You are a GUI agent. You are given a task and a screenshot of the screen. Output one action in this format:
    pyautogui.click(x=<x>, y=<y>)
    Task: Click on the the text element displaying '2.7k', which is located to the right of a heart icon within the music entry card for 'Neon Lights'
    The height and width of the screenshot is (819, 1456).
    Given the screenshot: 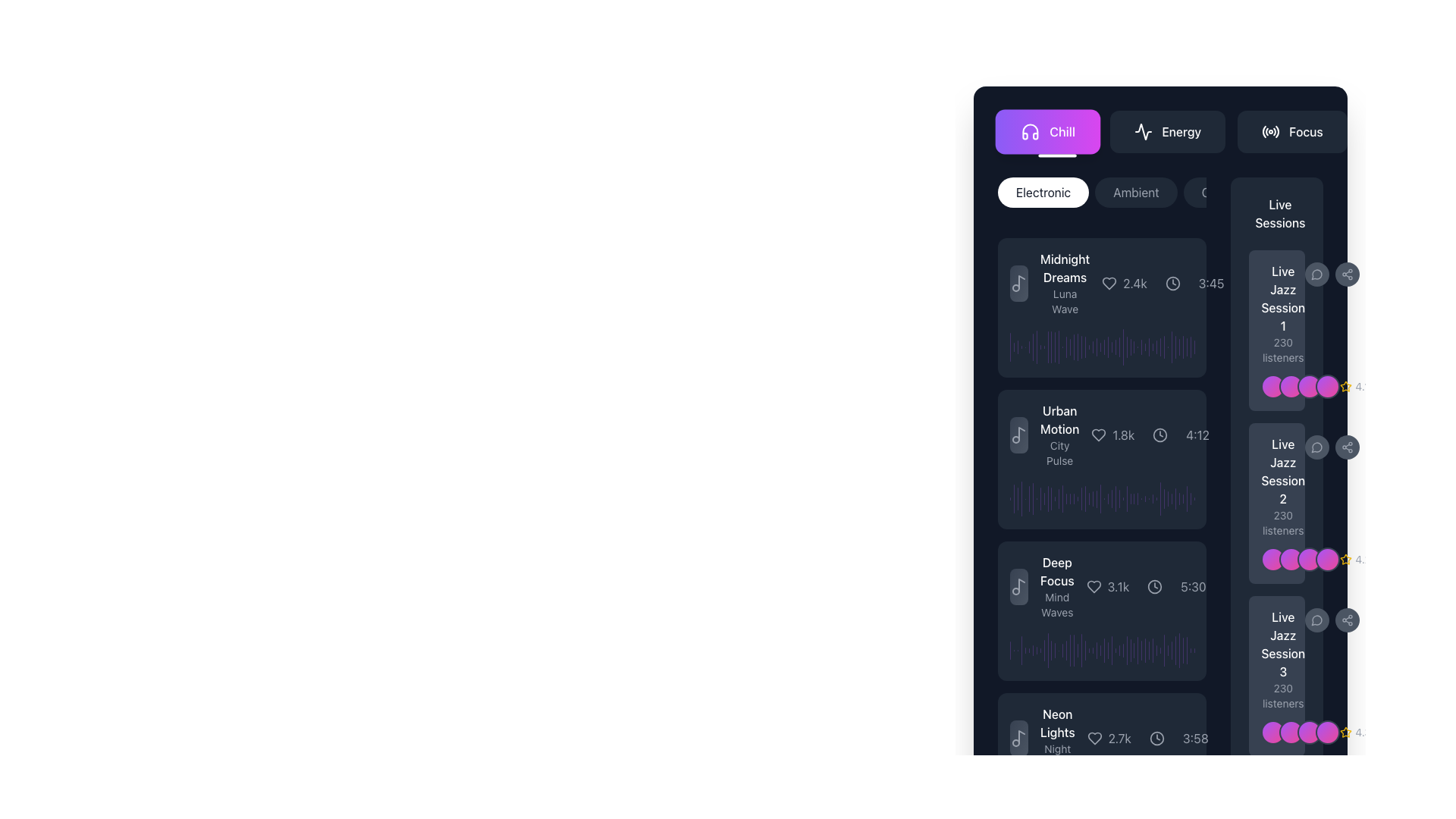 What is the action you would take?
    pyautogui.click(x=1119, y=738)
    